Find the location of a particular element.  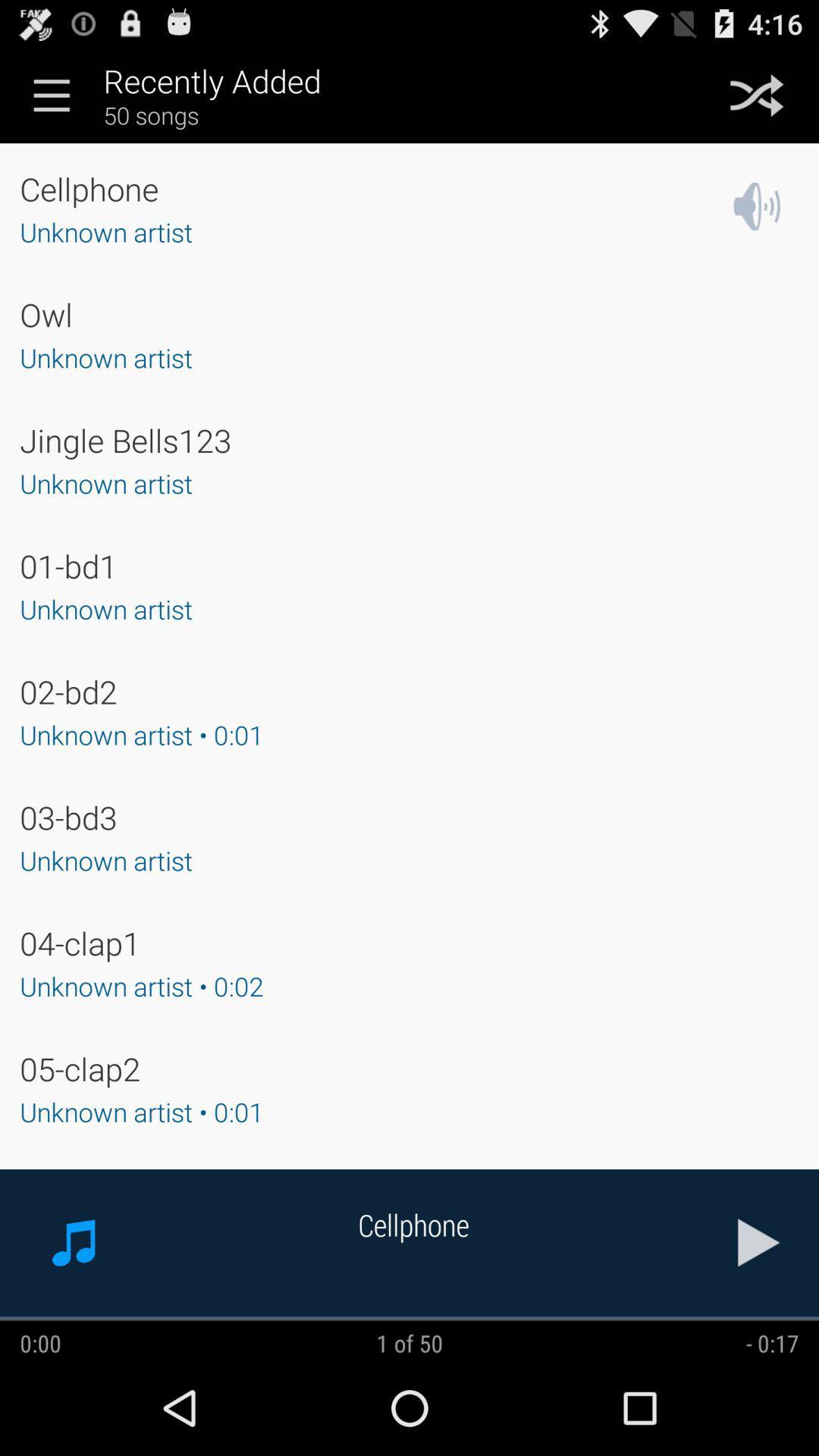

03-bd3 icon is located at coordinates (68, 816).